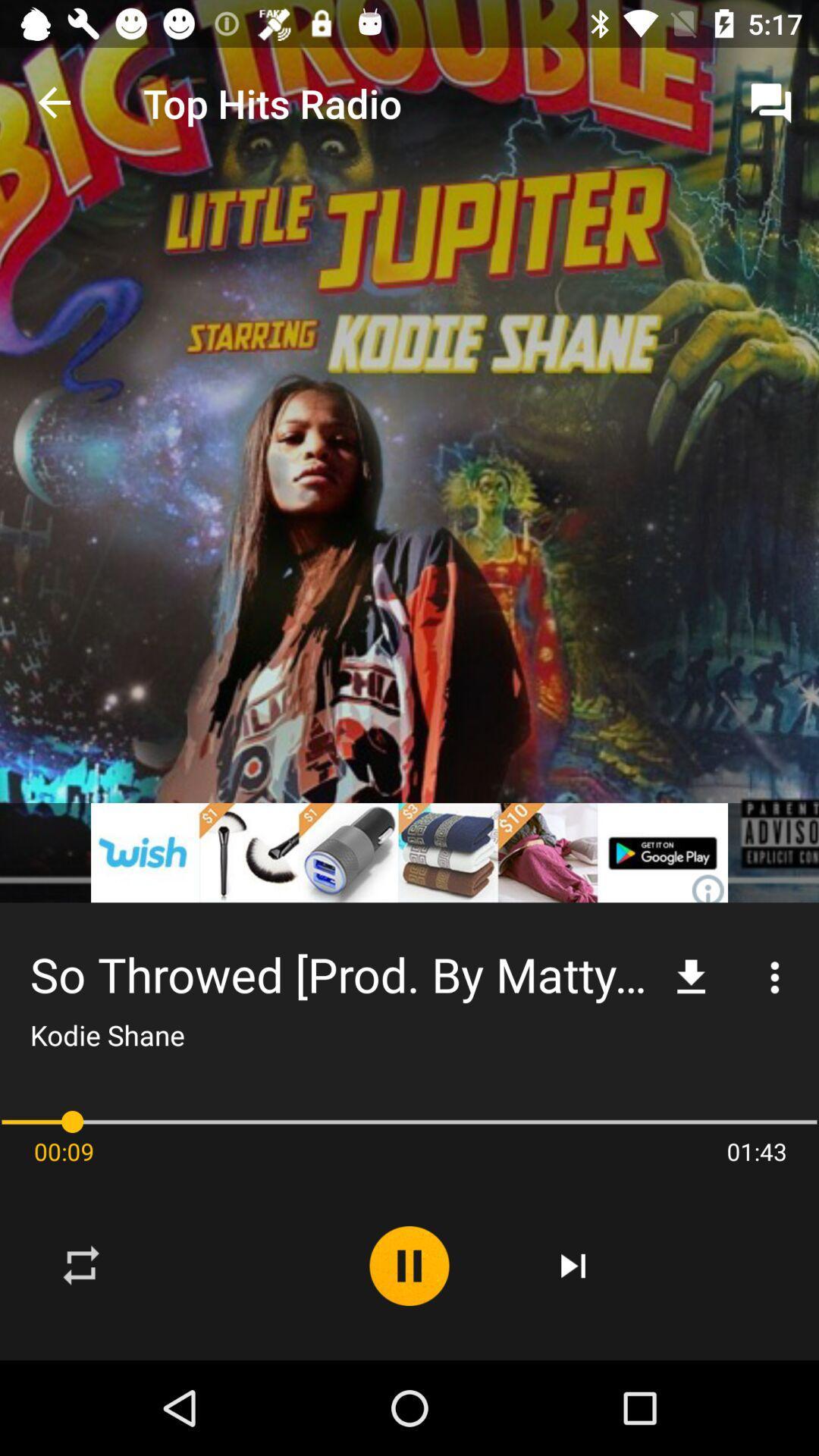 This screenshot has height=1456, width=819. What do you see at coordinates (55, 102) in the screenshot?
I see `the icon to the left of the top hits radio item` at bounding box center [55, 102].